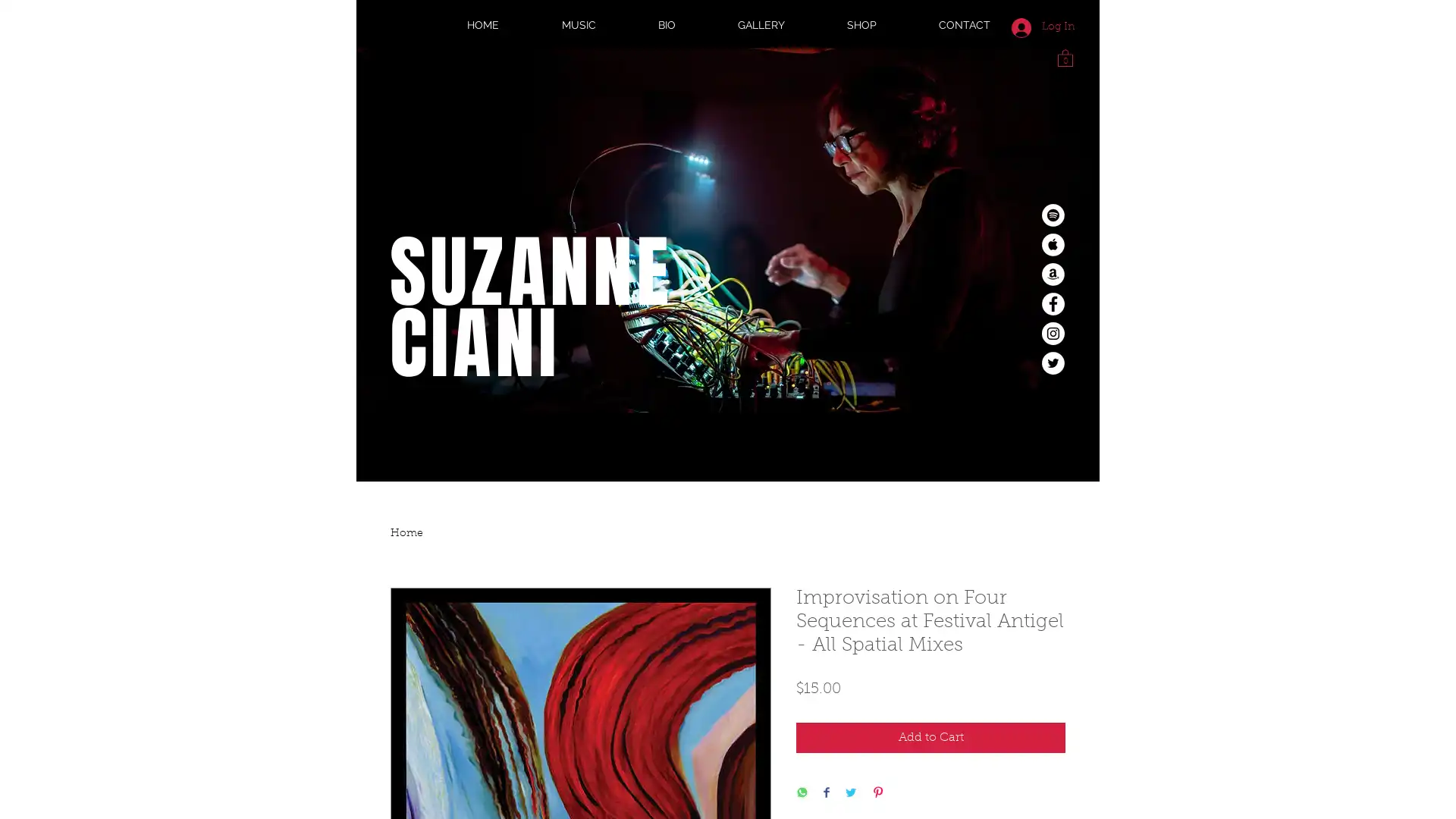  Describe the element at coordinates (801, 792) in the screenshot. I see `Share on WhatsApp` at that location.